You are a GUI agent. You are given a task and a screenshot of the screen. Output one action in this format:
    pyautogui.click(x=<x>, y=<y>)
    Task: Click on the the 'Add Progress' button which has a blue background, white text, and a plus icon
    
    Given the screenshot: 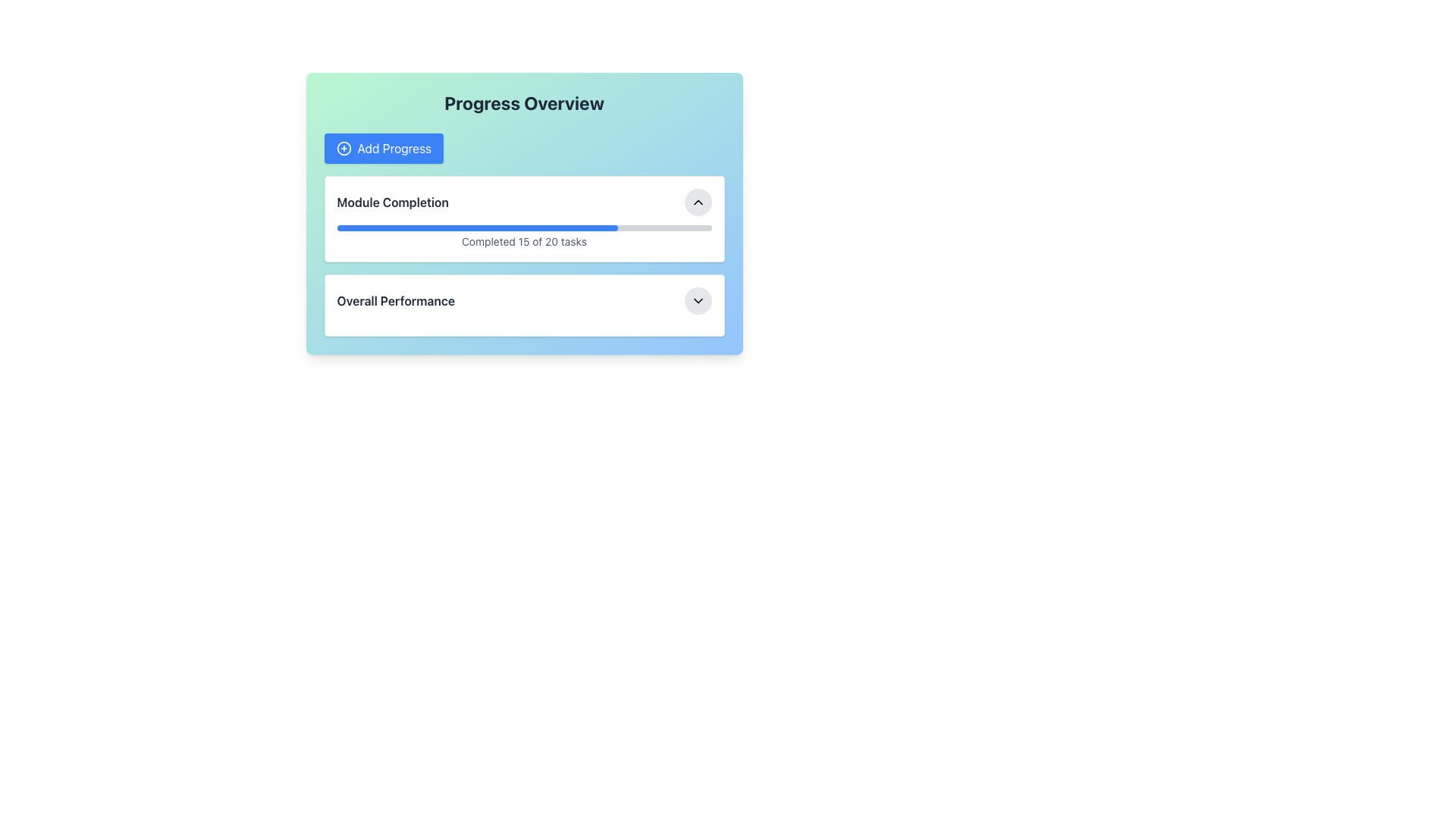 What is the action you would take?
    pyautogui.click(x=384, y=149)
    